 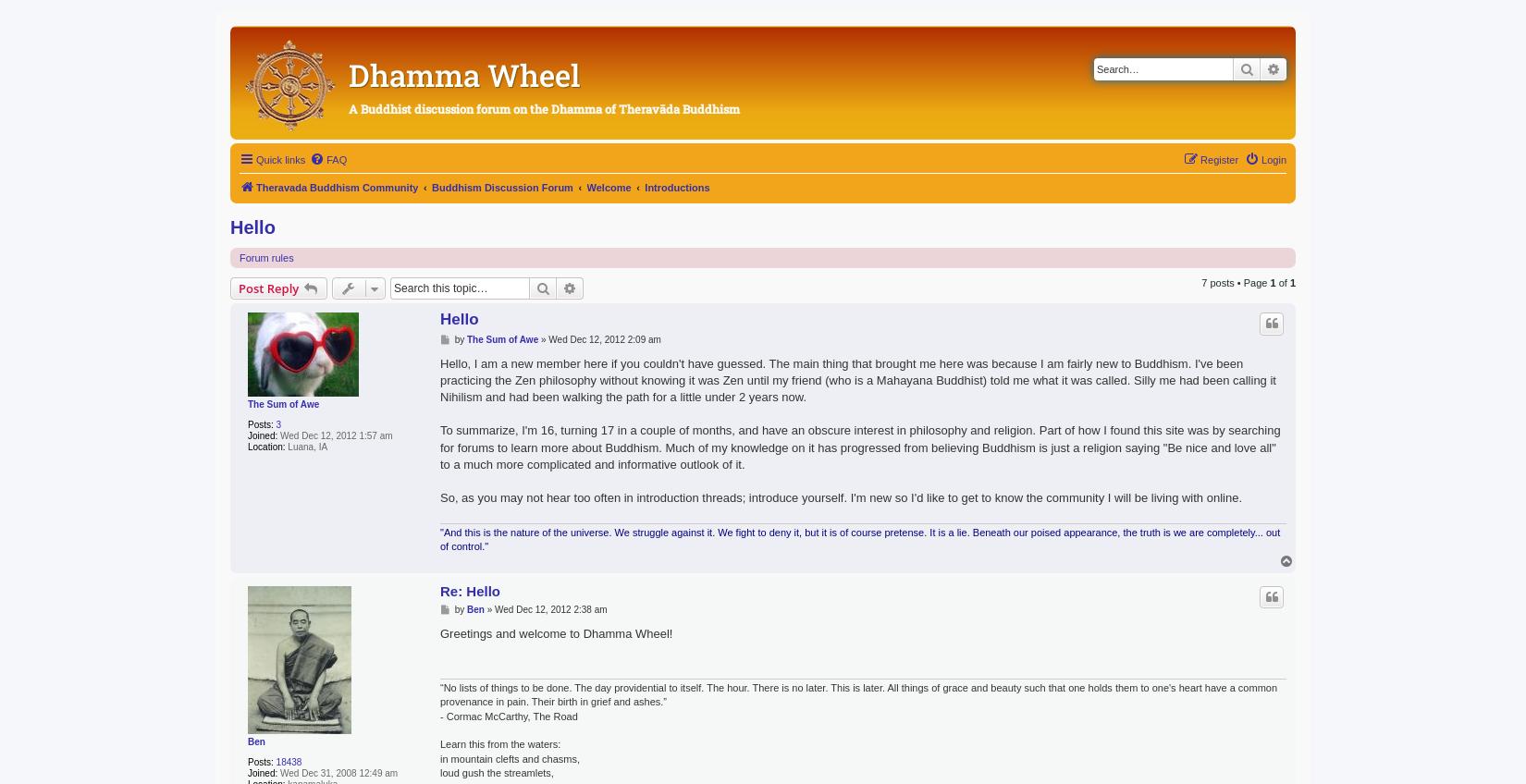 I want to click on 'Dhamma Wheel', so click(x=349, y=74).